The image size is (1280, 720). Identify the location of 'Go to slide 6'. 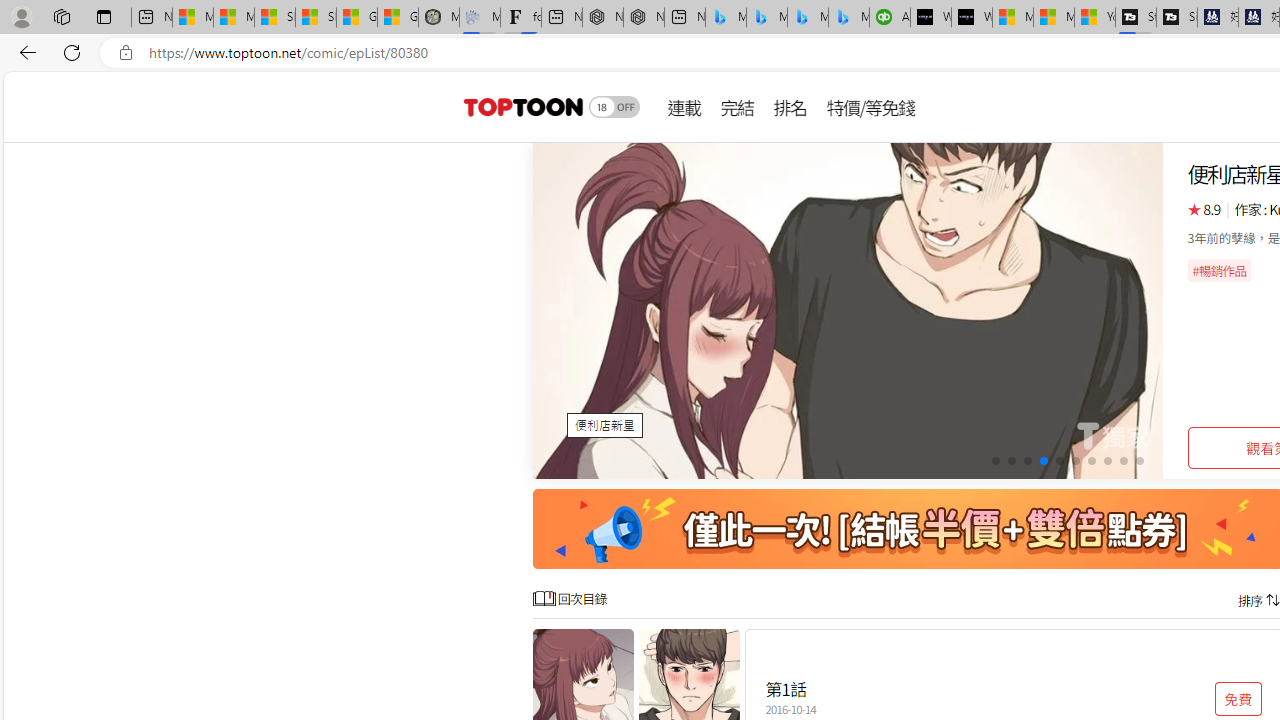
(1074, 461).